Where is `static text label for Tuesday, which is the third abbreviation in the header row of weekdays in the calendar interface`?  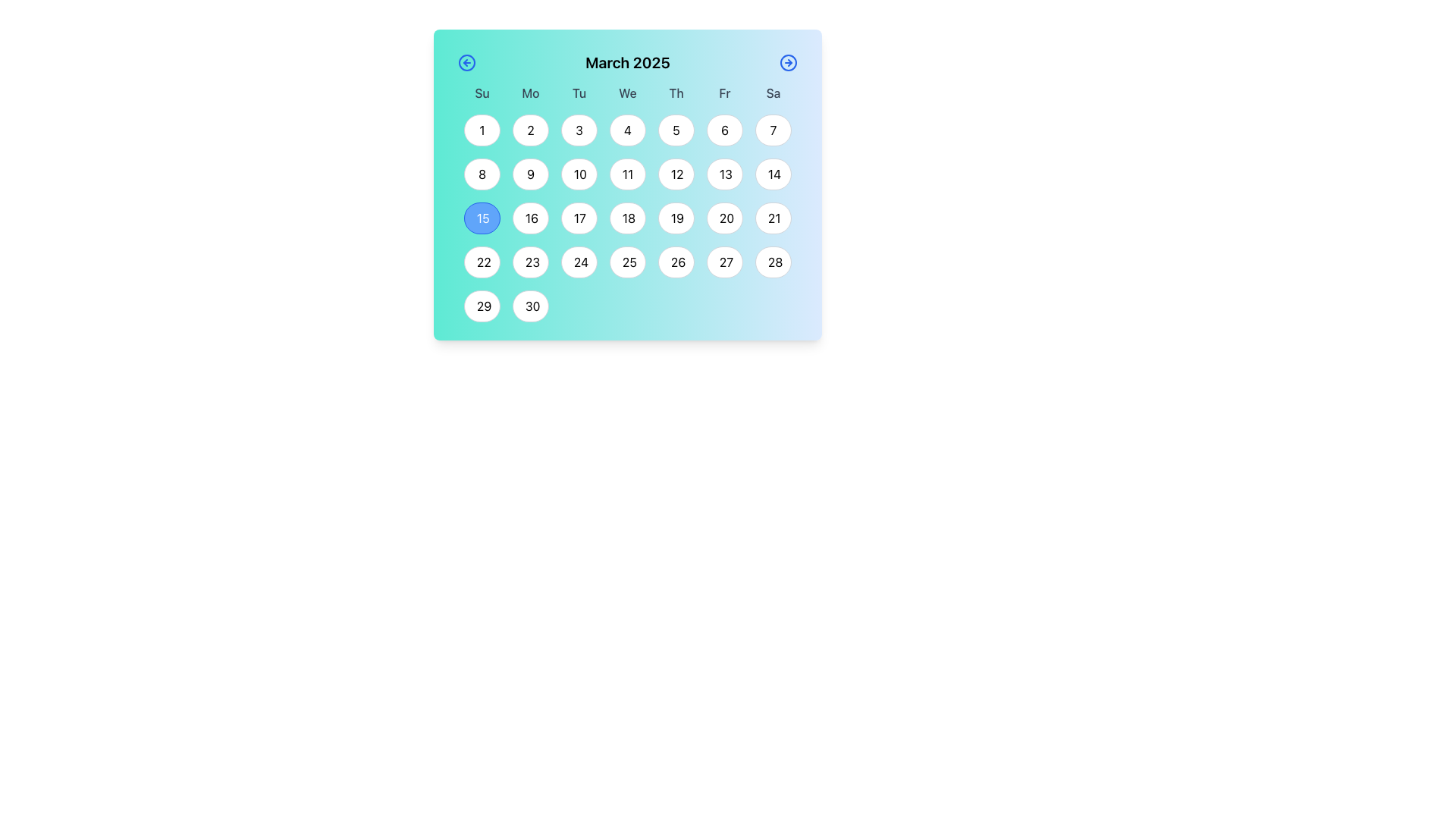 static text label for Tuesday, which is the third abbreviation in the header row of weekdays in the calendar interface is located at coordinates (578, 93).